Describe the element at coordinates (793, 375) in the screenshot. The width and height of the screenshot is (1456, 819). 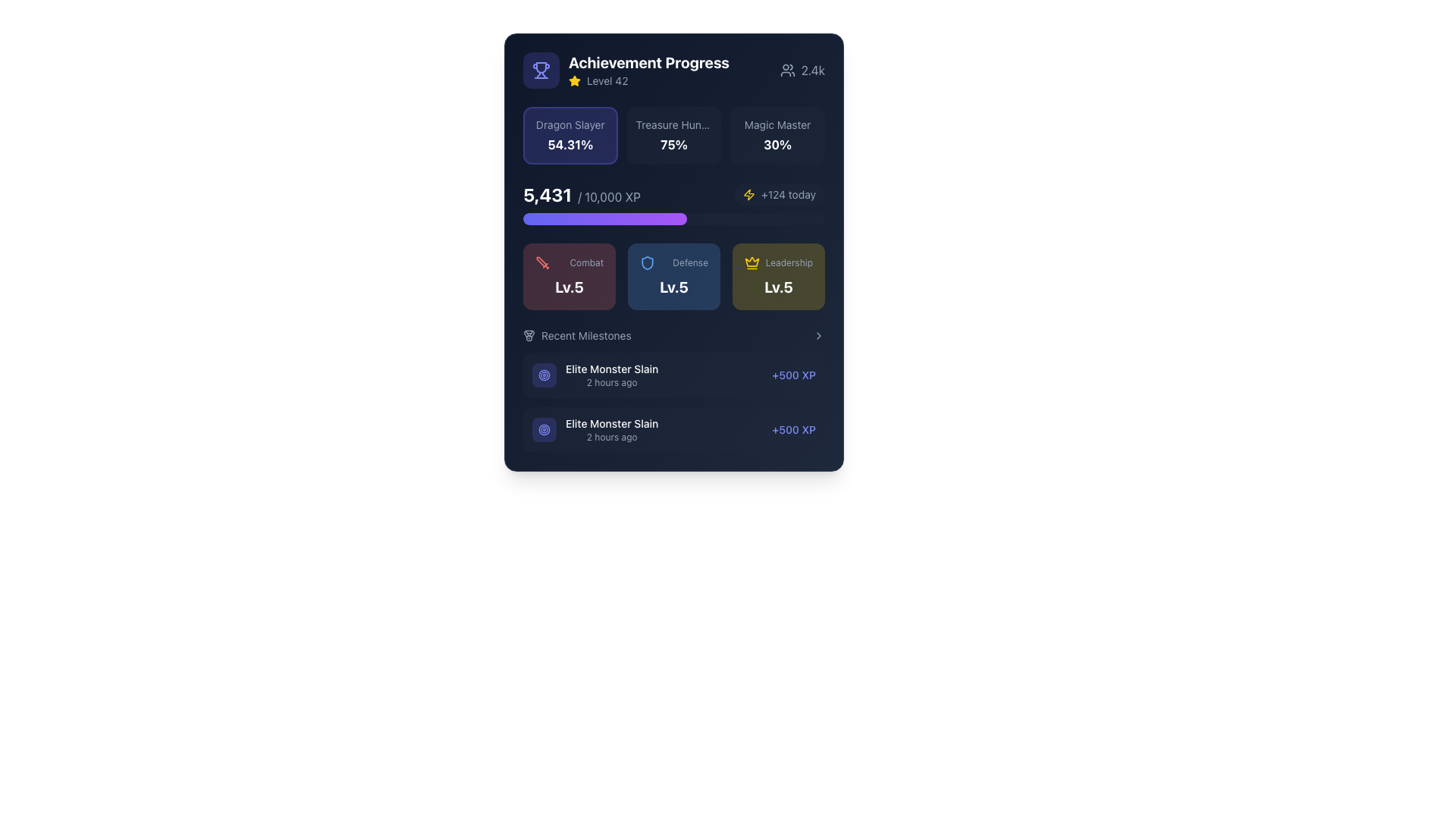
I see `the static text label displaying '+500 XP', which is styled in indigo color and positioned at the far right of the milestone section indicating 'Elite Monster Slain'` at that location.